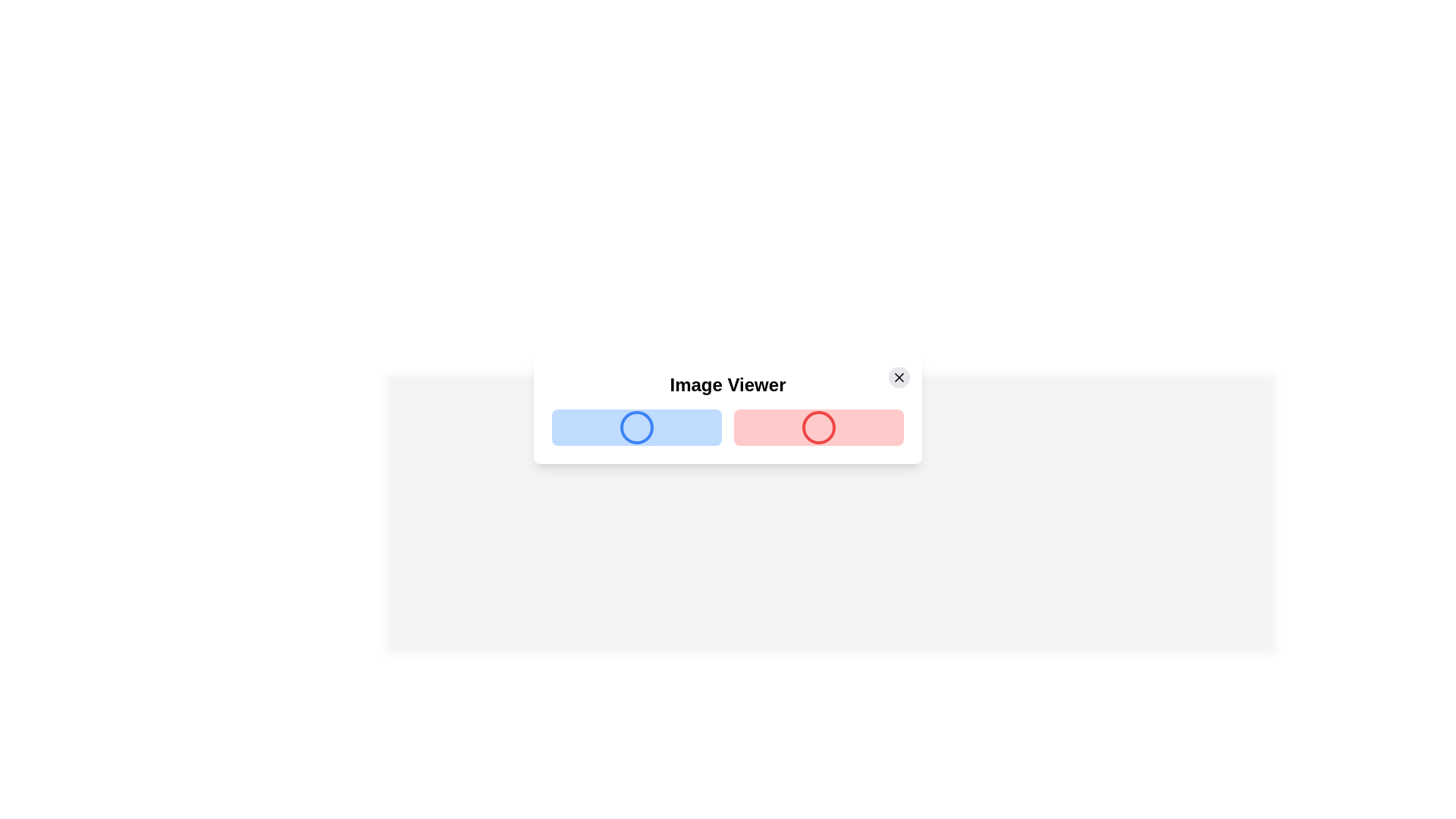 This screenshot has height=819, width=1456. I want to click on the second button in the 2-column grid layout within the 'Image Viewer' modal, which has a light red background and a red circular icon, so click(818, 427).